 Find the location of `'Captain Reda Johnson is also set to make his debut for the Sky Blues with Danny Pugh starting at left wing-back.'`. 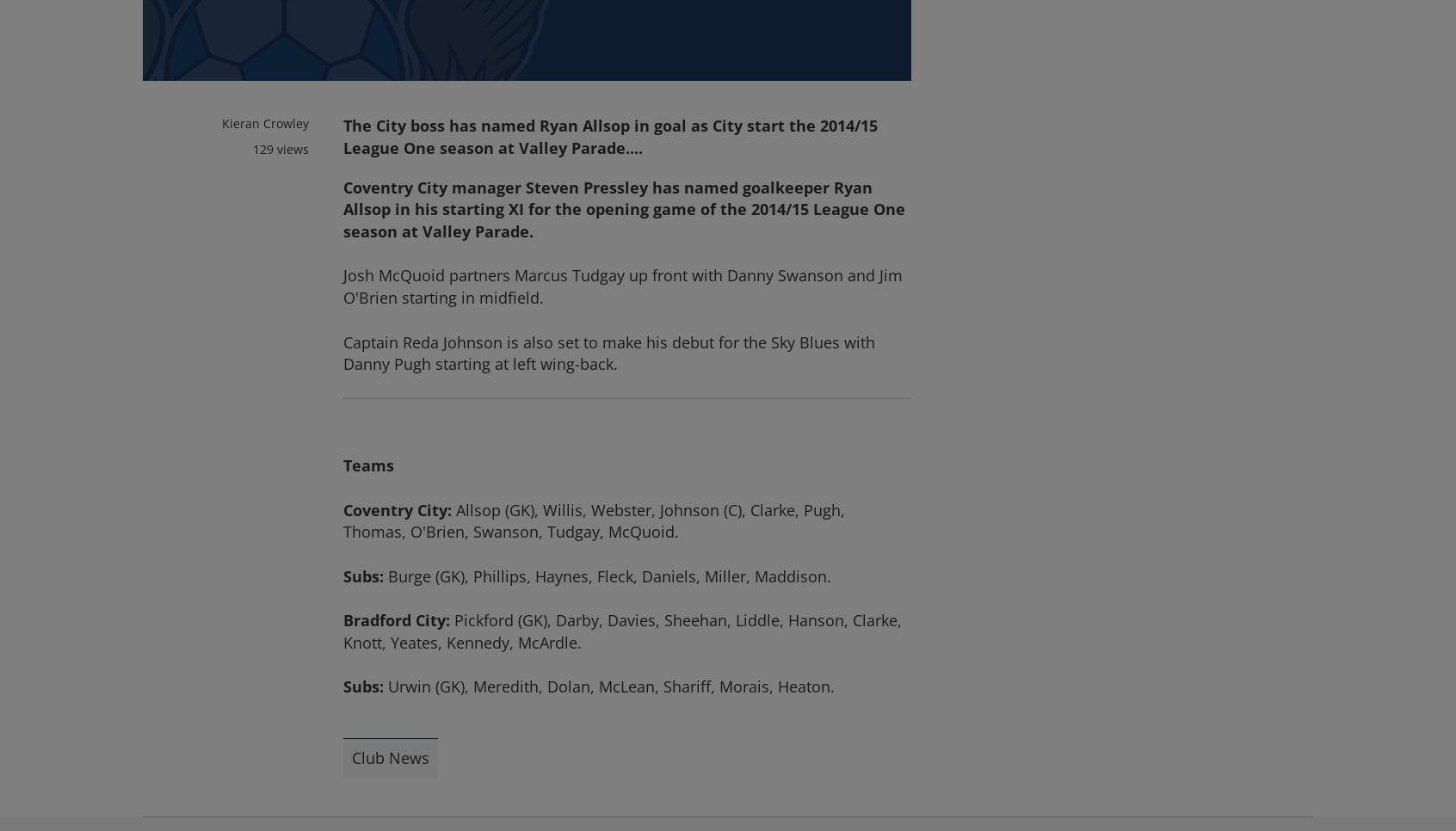

'Captain Reda Johnson is also set to make his debut for the Sky Blues with Danny Pugh starting at left wing-back.' is located at coordinates (608, 352).